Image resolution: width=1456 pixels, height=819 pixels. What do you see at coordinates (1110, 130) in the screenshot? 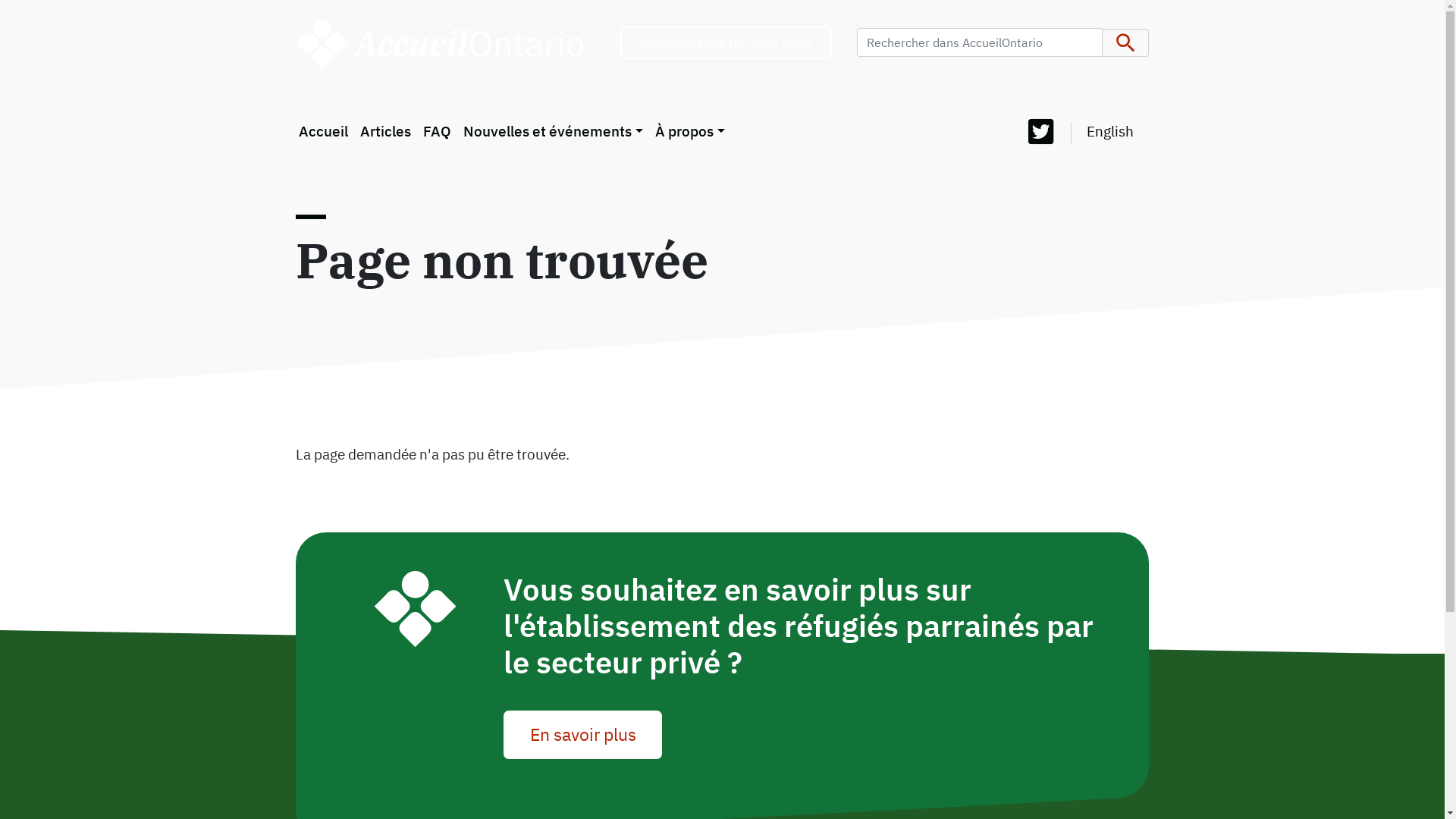
I see `'English'` at bounding box center [1110, 130].